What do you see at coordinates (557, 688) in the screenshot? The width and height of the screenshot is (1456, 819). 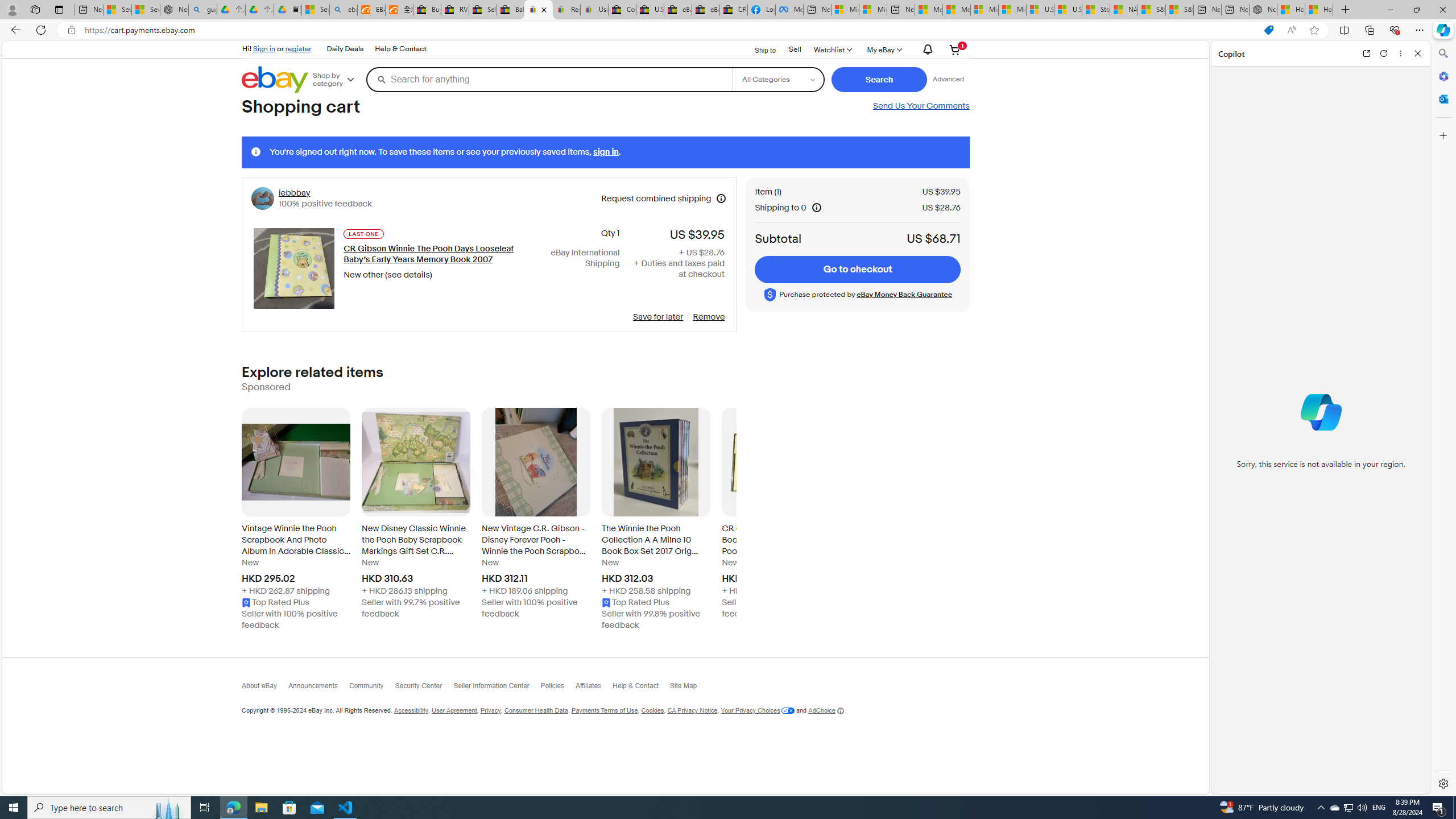 I see `'Policies'` at bounding box center [557, 688].